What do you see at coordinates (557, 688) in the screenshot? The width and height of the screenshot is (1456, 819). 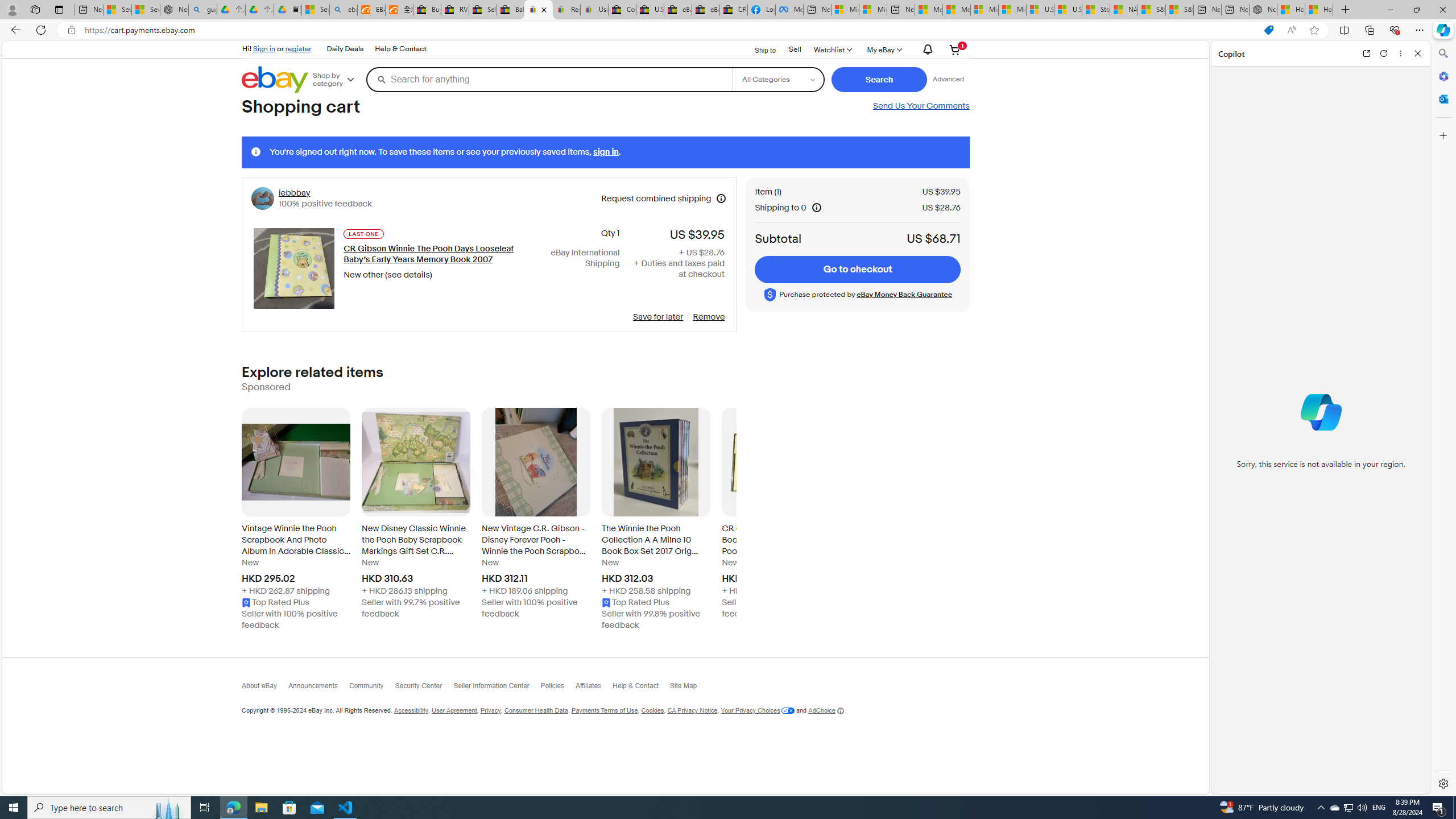 I see `'Policies'` at bounding box center [557, 688].